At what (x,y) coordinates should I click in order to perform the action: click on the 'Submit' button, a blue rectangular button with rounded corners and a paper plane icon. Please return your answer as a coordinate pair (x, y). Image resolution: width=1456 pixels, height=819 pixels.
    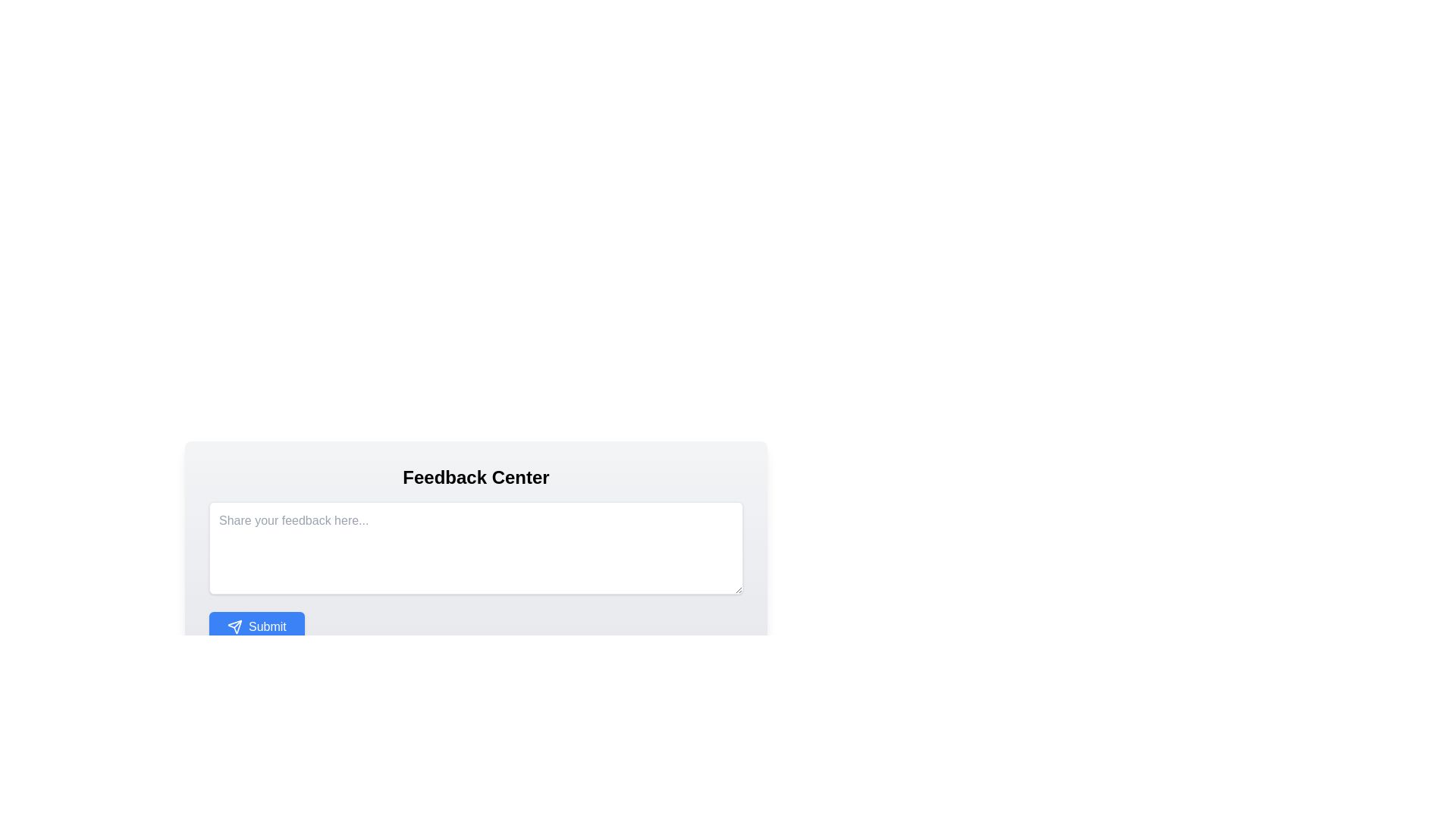
    Looking at the image, I should click on (256, 626).